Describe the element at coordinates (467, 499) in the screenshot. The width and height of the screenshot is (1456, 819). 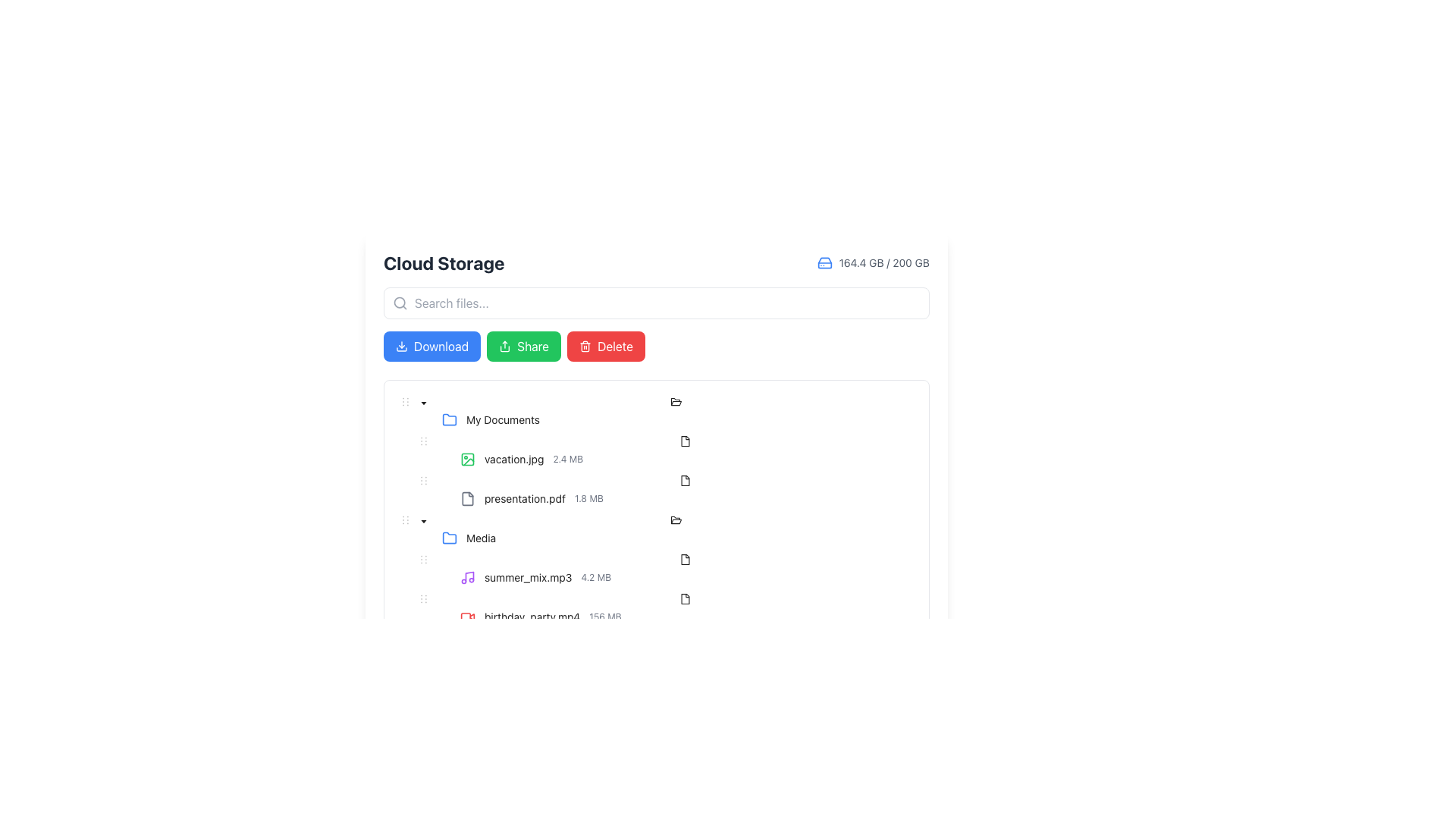
I see `the document icon, which is a gray outline of a rectangular sheet of paper with a dog-eared corner, located to the left of the text 'presentation.pdf'` at that location.